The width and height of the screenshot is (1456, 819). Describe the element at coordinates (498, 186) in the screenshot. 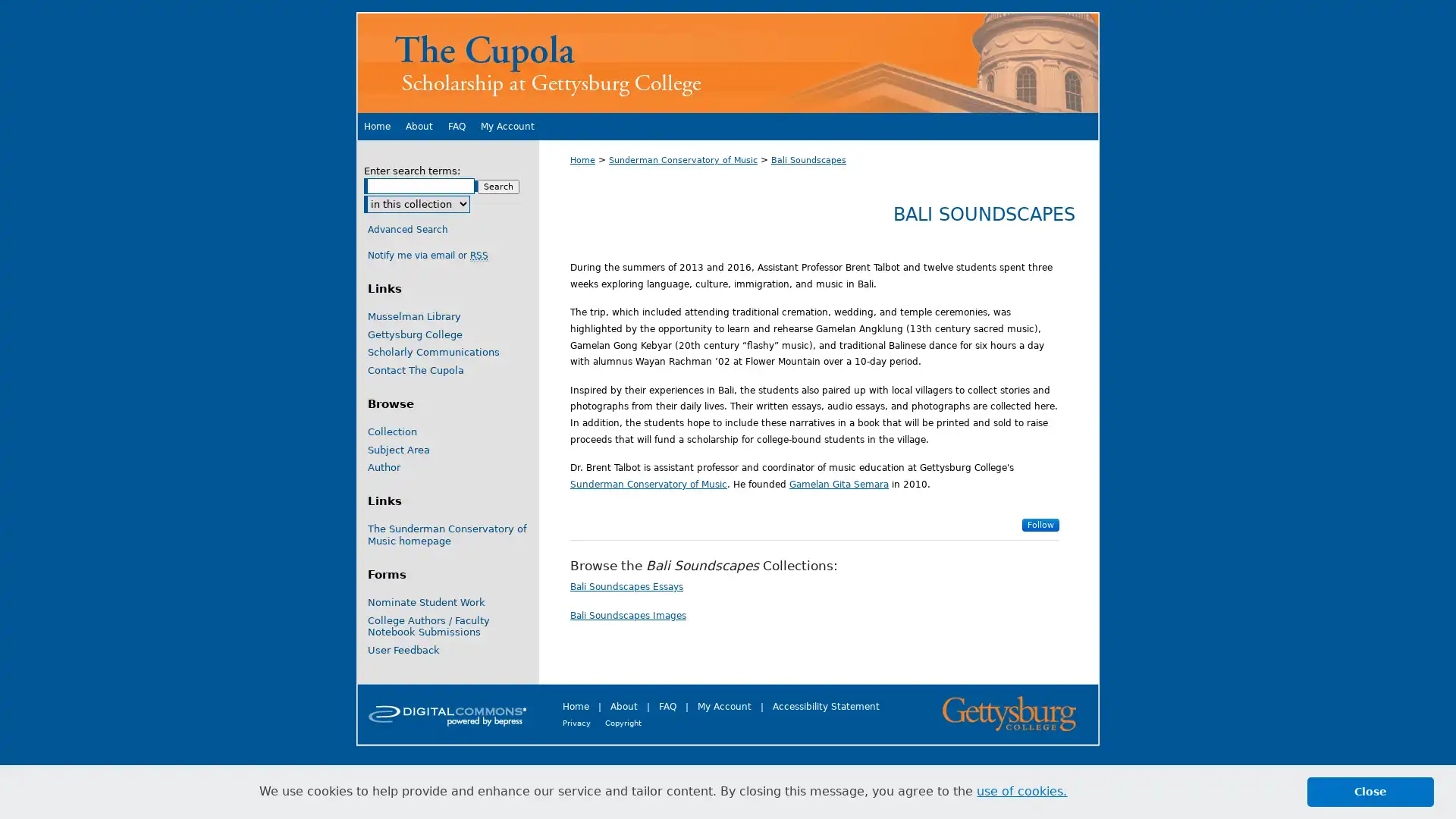

I see `Search` at that location.